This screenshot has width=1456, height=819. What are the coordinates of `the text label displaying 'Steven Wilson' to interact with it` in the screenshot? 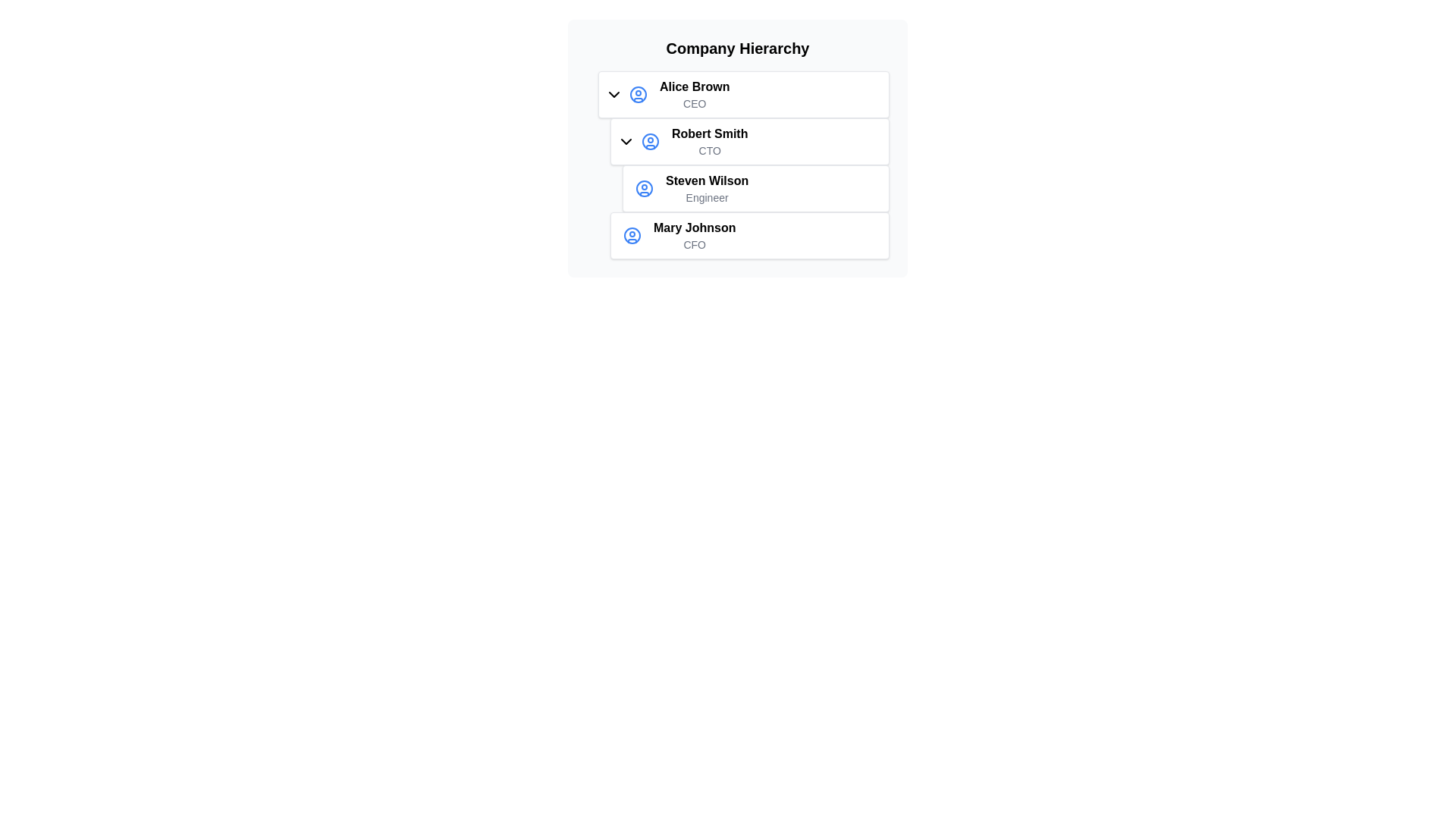 It's located at (706, 180).